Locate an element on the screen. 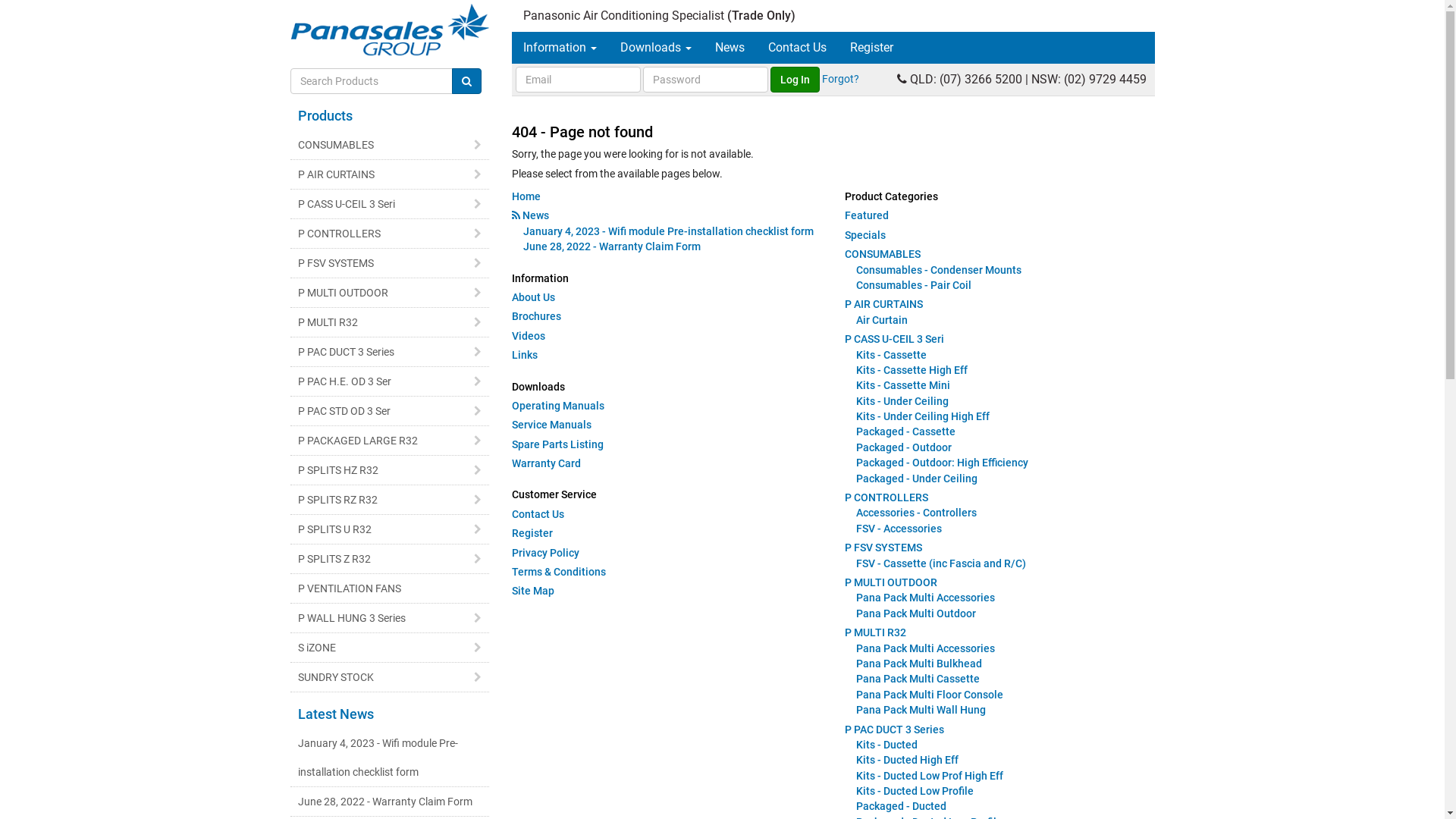 The height and width of the screenshot is (819, 1456). 'P CONTROLLERS' is located at coordinates (389, 234).